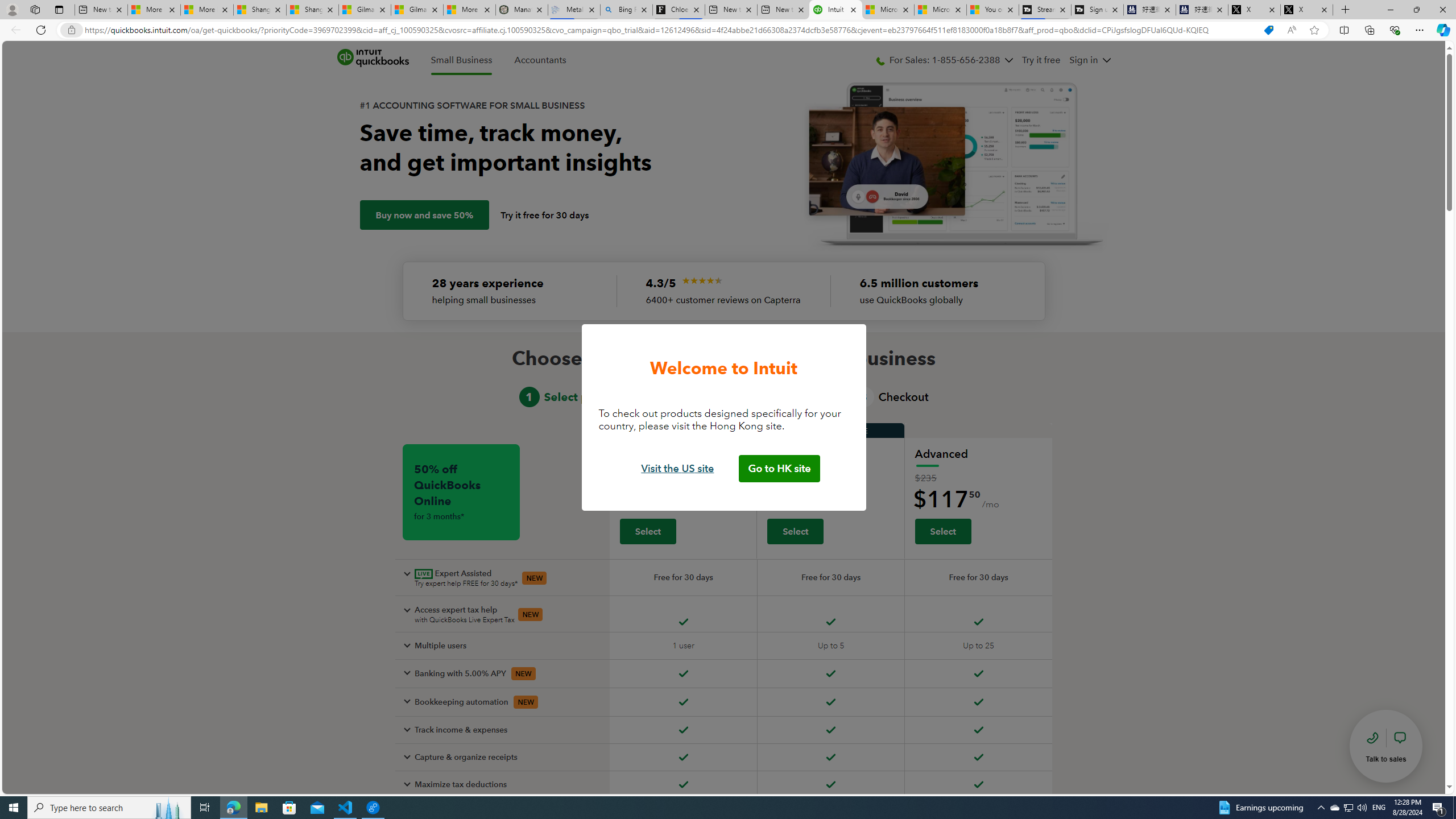 The width and height of the screenshot is (1456, 819). Describe the element at coordinates (1106, 59) in the screenshot. I see `'Class: MenuItem_dDown__f585abf6 MenuItem_white__f585abf6'` at that location.